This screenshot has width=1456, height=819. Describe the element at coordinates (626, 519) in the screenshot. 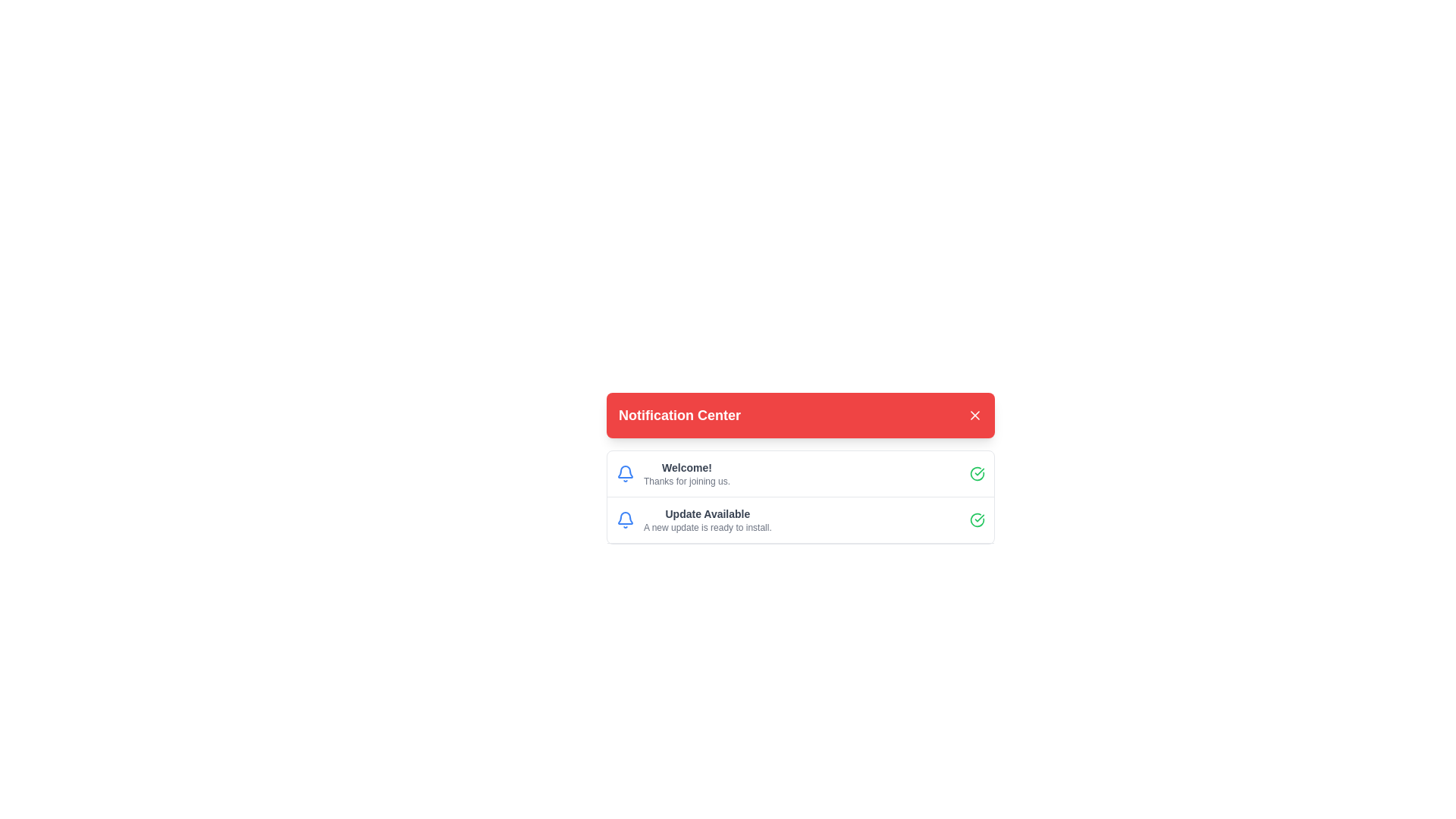

I see `the notification icon located in the second row, aligned to the left, just before the text 'Update Available'` at that location.